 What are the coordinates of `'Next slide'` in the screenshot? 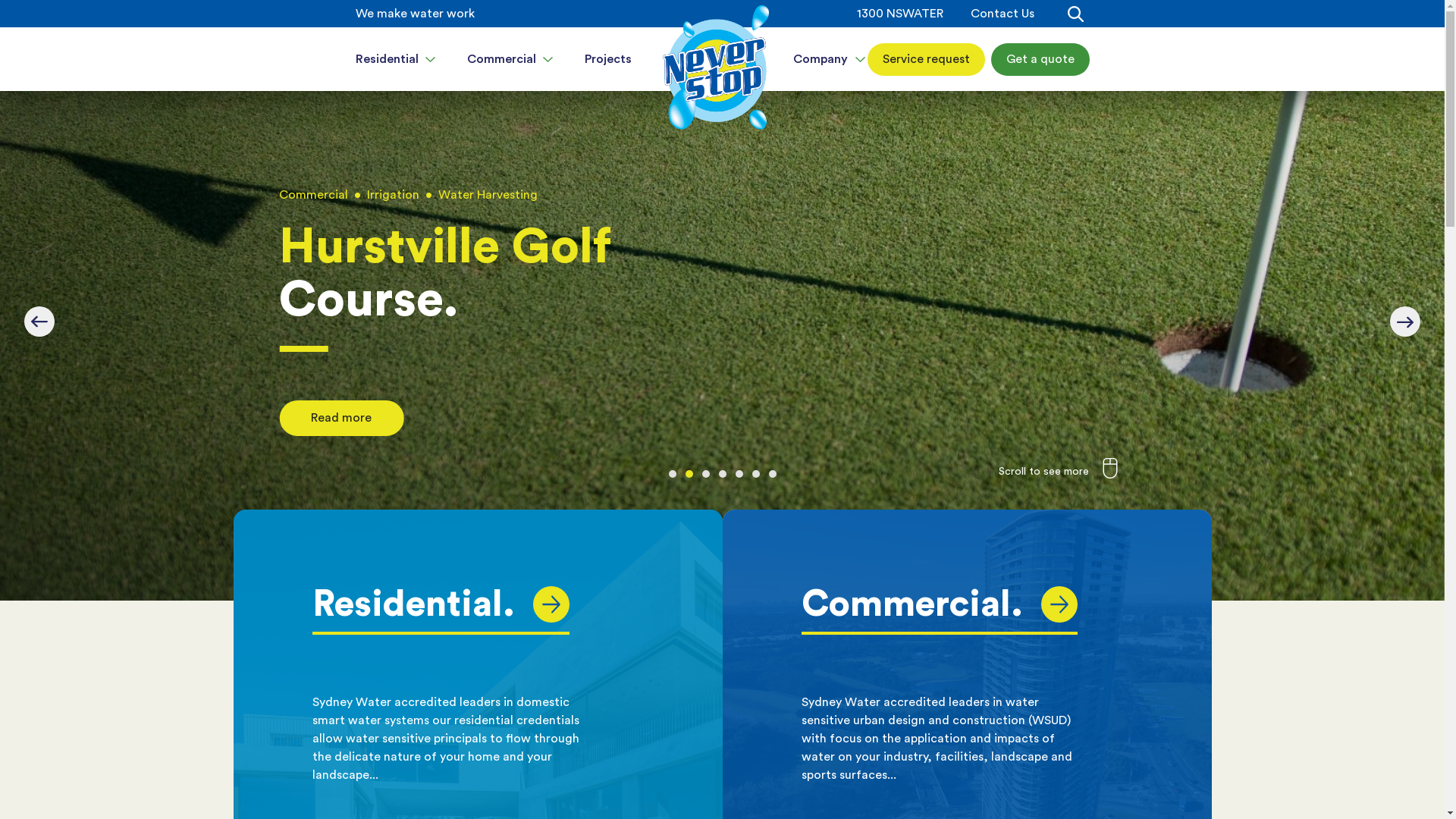 It's located at (1404, 321).